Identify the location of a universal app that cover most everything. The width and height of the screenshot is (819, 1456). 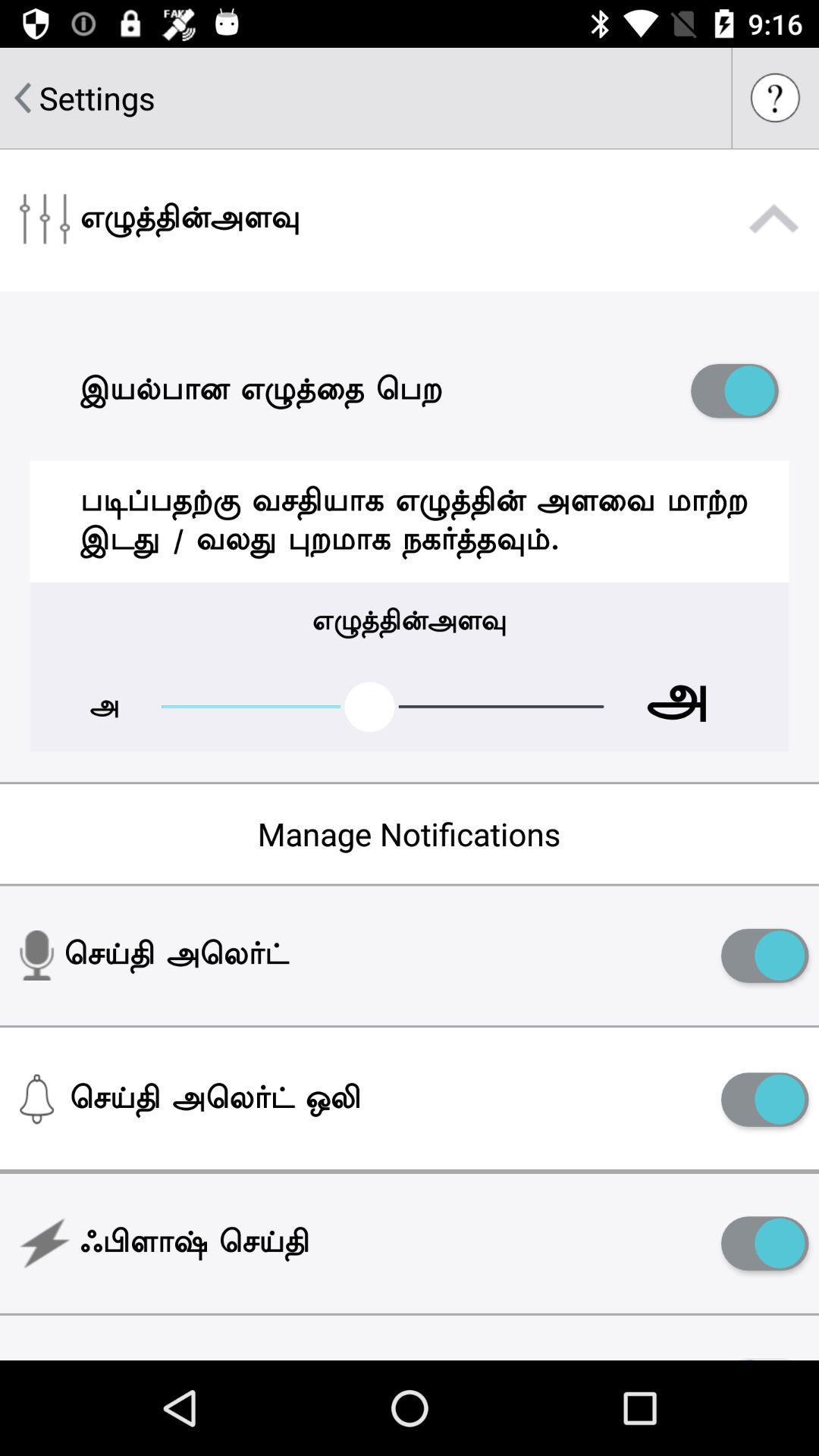
(764, 1243).